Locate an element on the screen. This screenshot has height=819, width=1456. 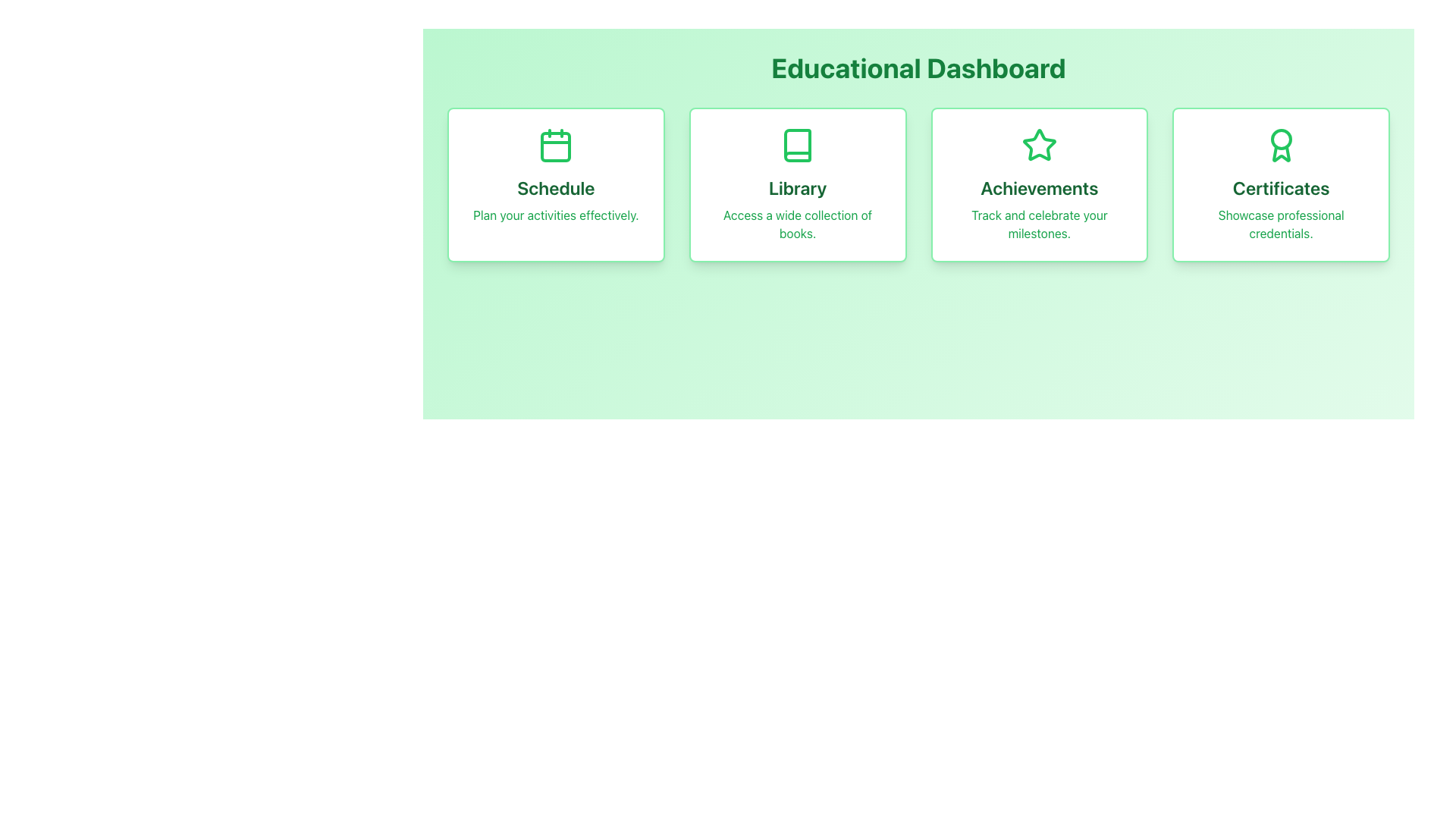
the star-shaped icon with a green border located centrally in the second 'Achievements' card under the 'Educational Dashboard' section is located at coordinates (1038, 145).